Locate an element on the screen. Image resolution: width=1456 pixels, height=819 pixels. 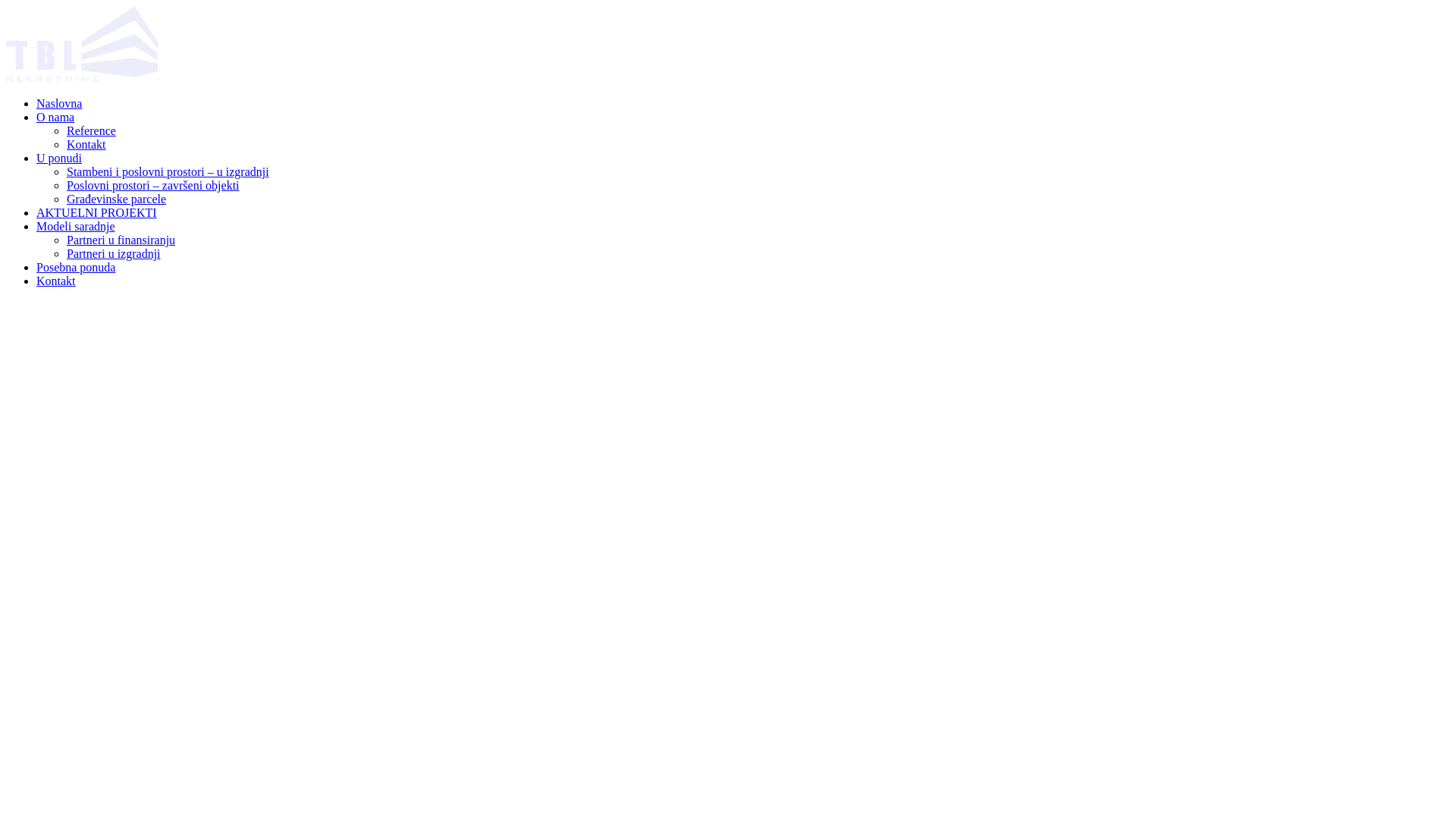
'Kontakt' is located at coordinates (86, 144).